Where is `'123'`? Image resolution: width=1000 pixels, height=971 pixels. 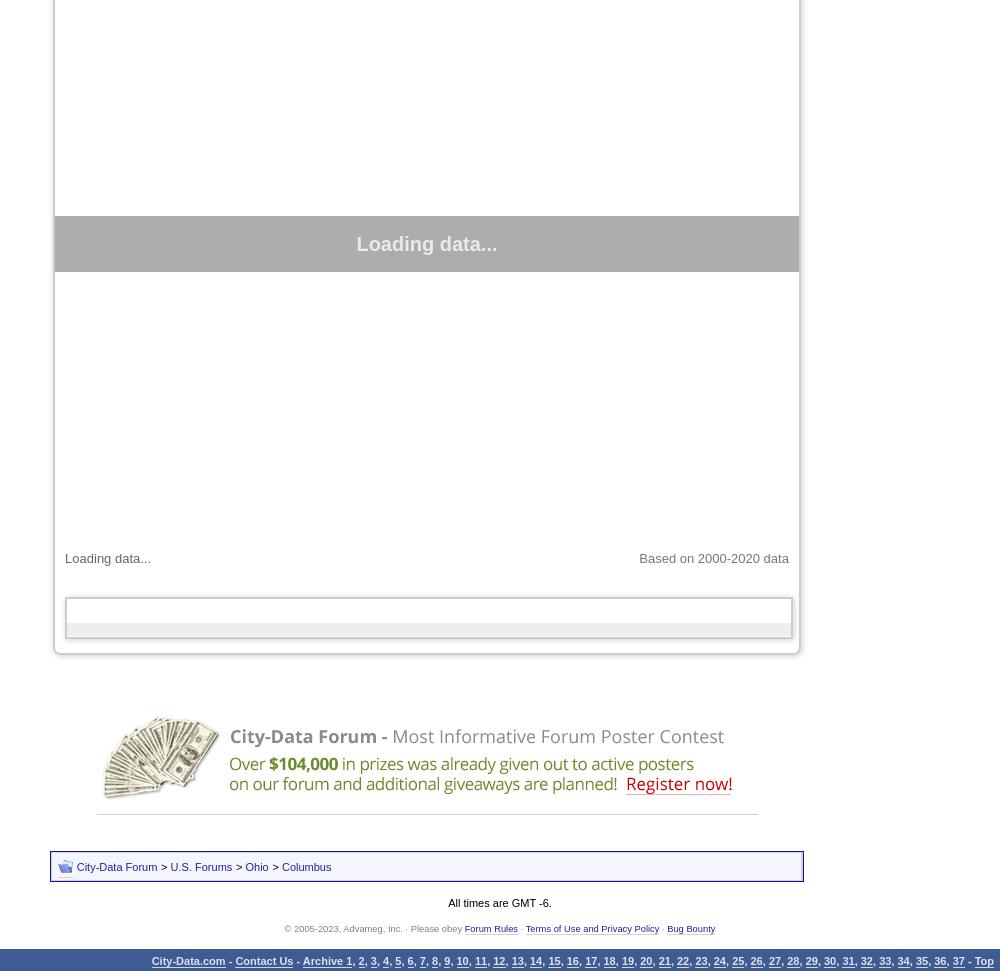 '123' is located at coordinates (76, 629).